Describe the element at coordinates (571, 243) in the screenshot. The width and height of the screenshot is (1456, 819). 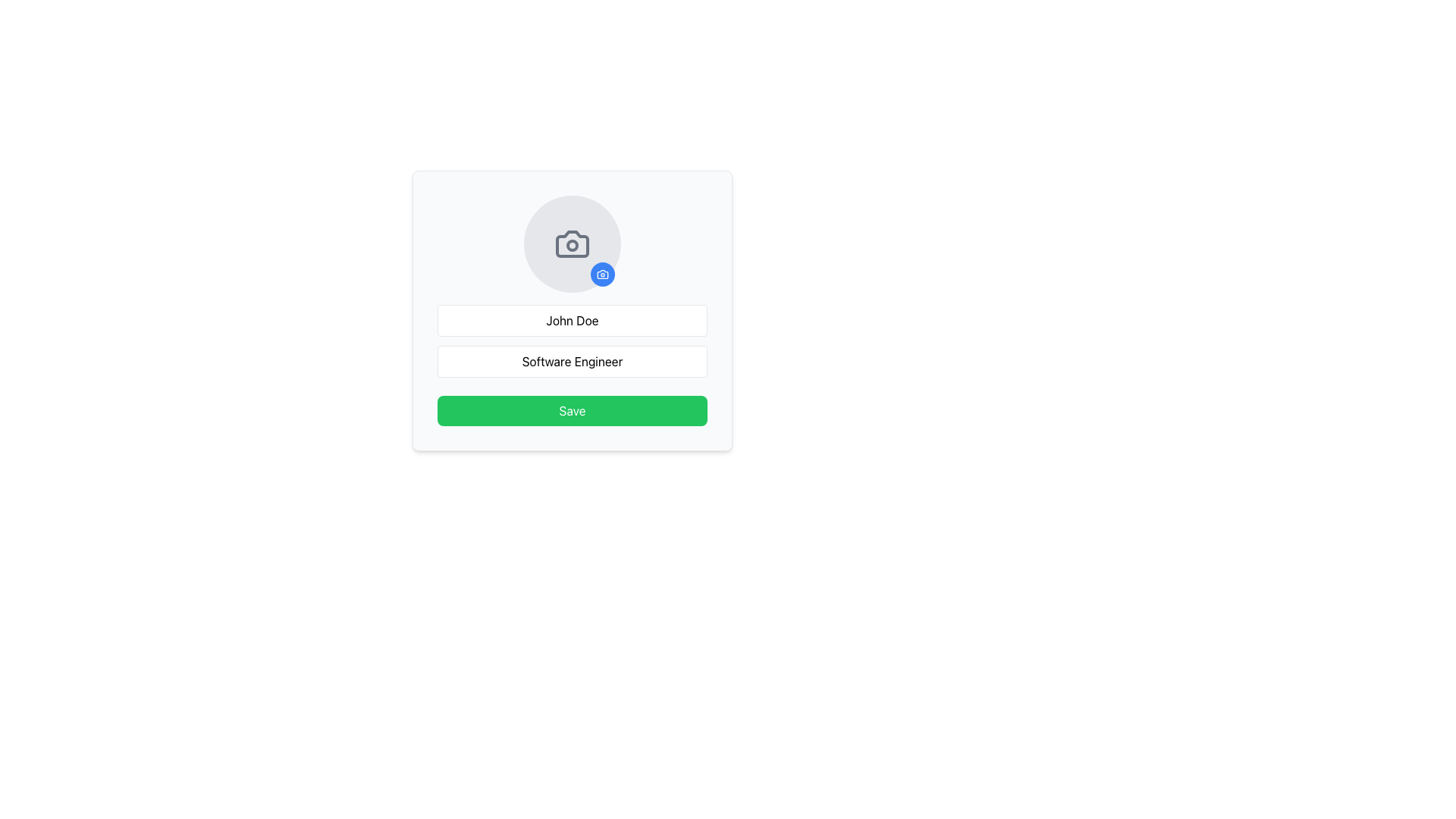
I see `the center of the camera icon located in the upper section of the profile edit card` at that location.